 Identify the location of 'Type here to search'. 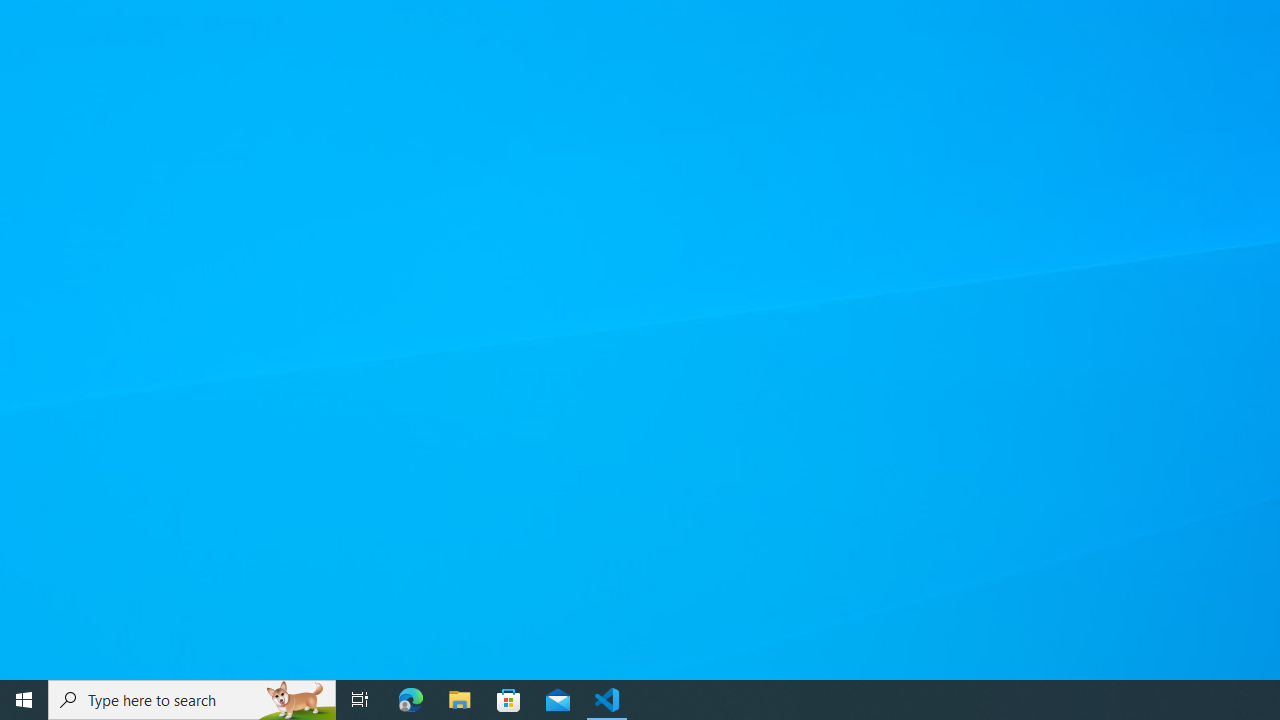
(192, 698).